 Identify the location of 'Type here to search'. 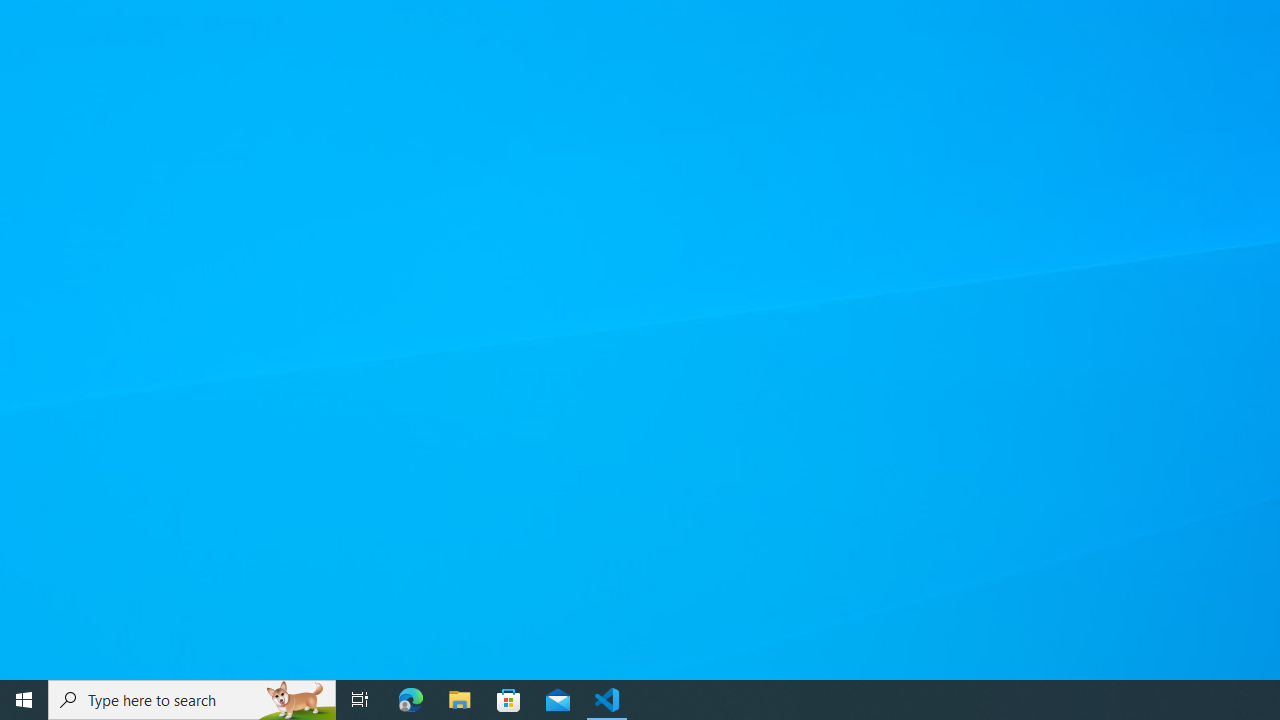
(192, 698).